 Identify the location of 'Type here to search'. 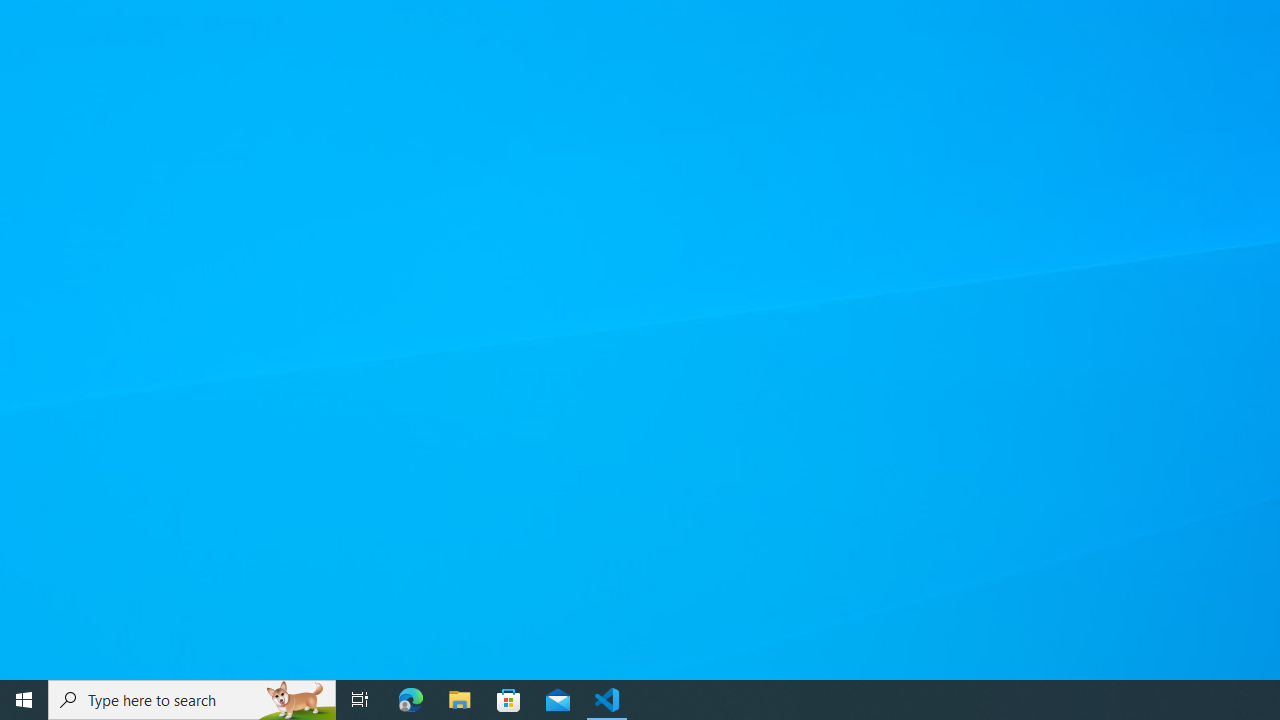
(192, 698).